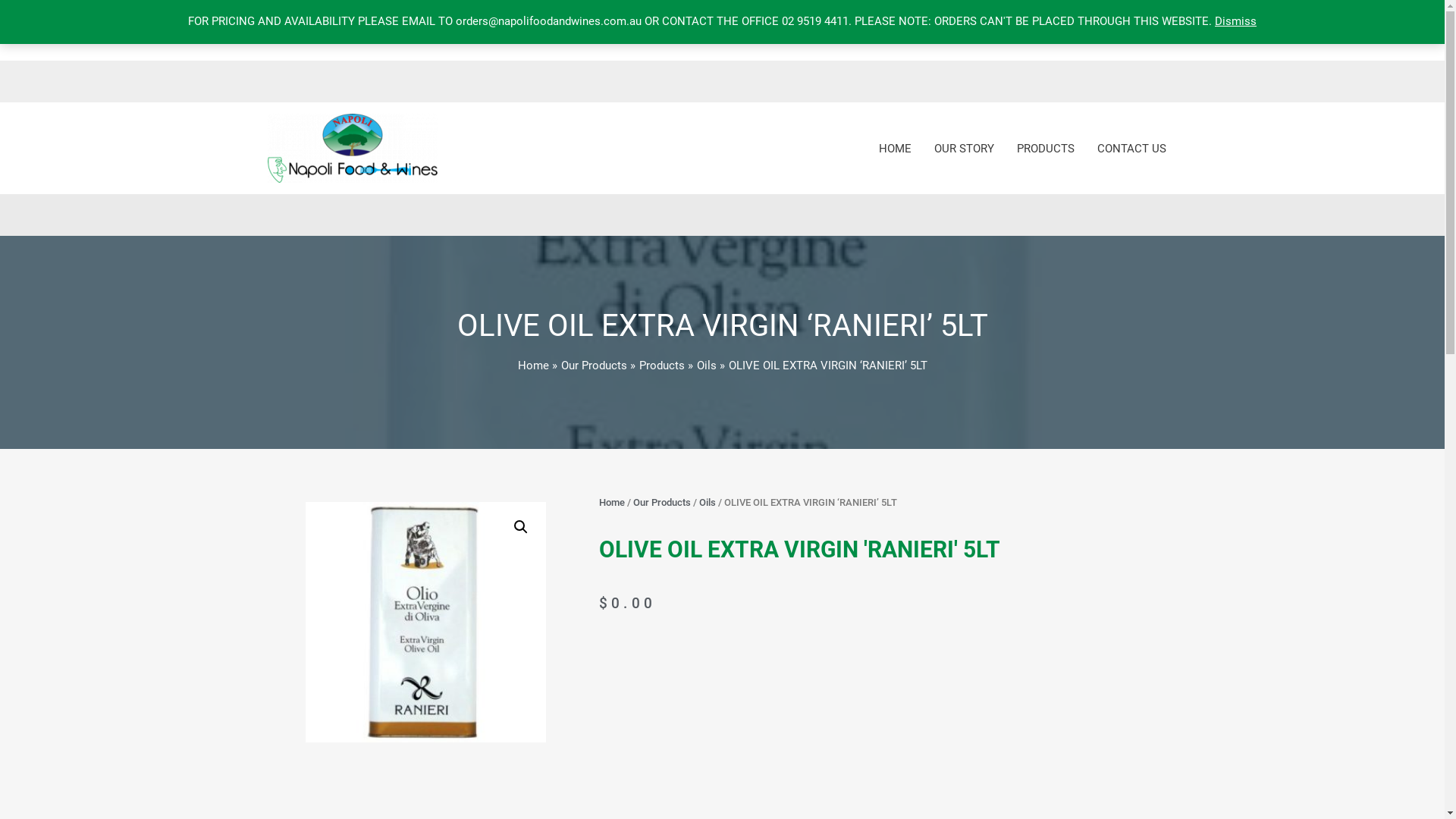  What do you see at coordinates (611, 502) in the screenshot?
I see `'Home'` at bounding box center [611, 502].